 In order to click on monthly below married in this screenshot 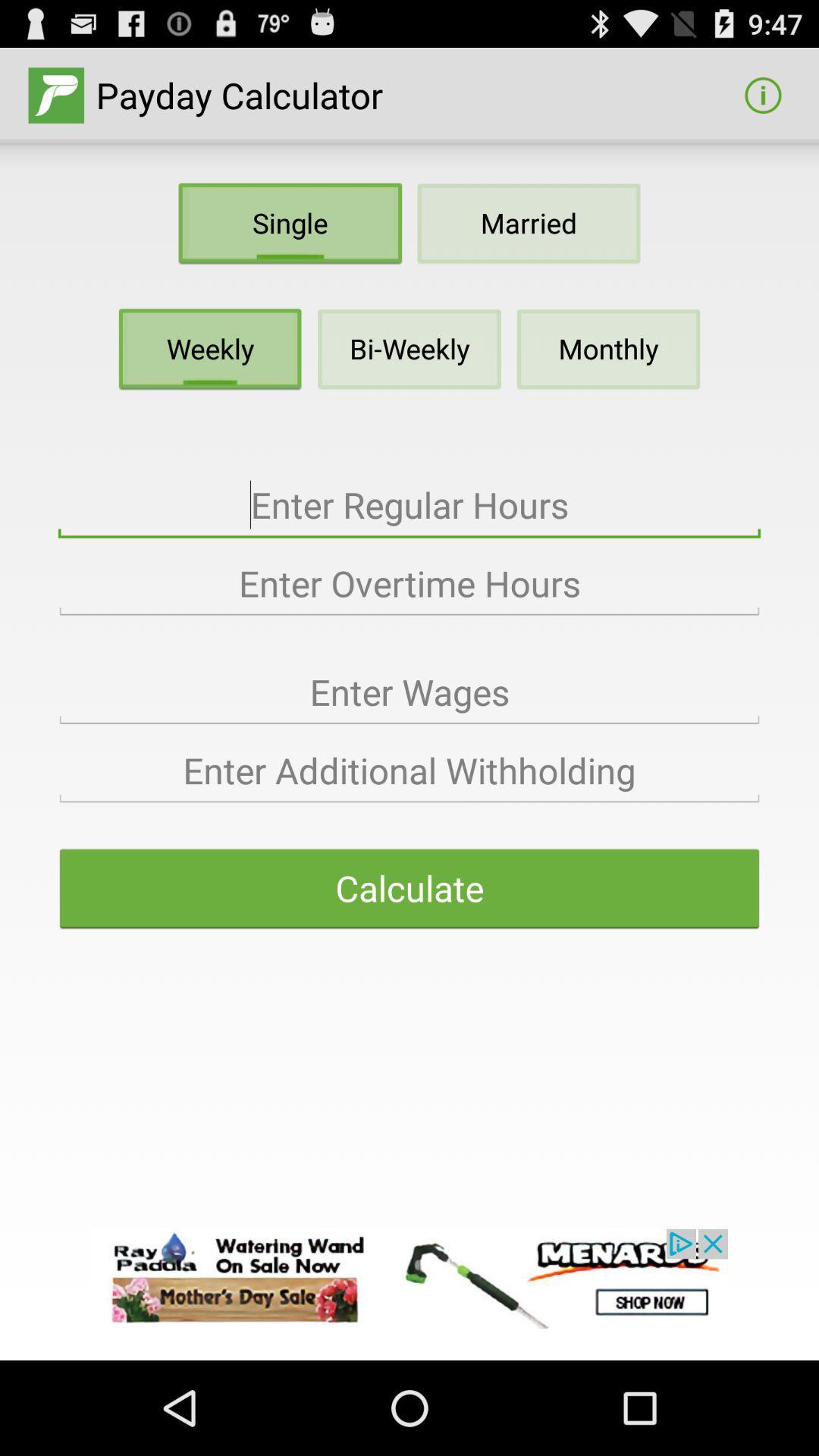, I will do `click(607, 348)`.